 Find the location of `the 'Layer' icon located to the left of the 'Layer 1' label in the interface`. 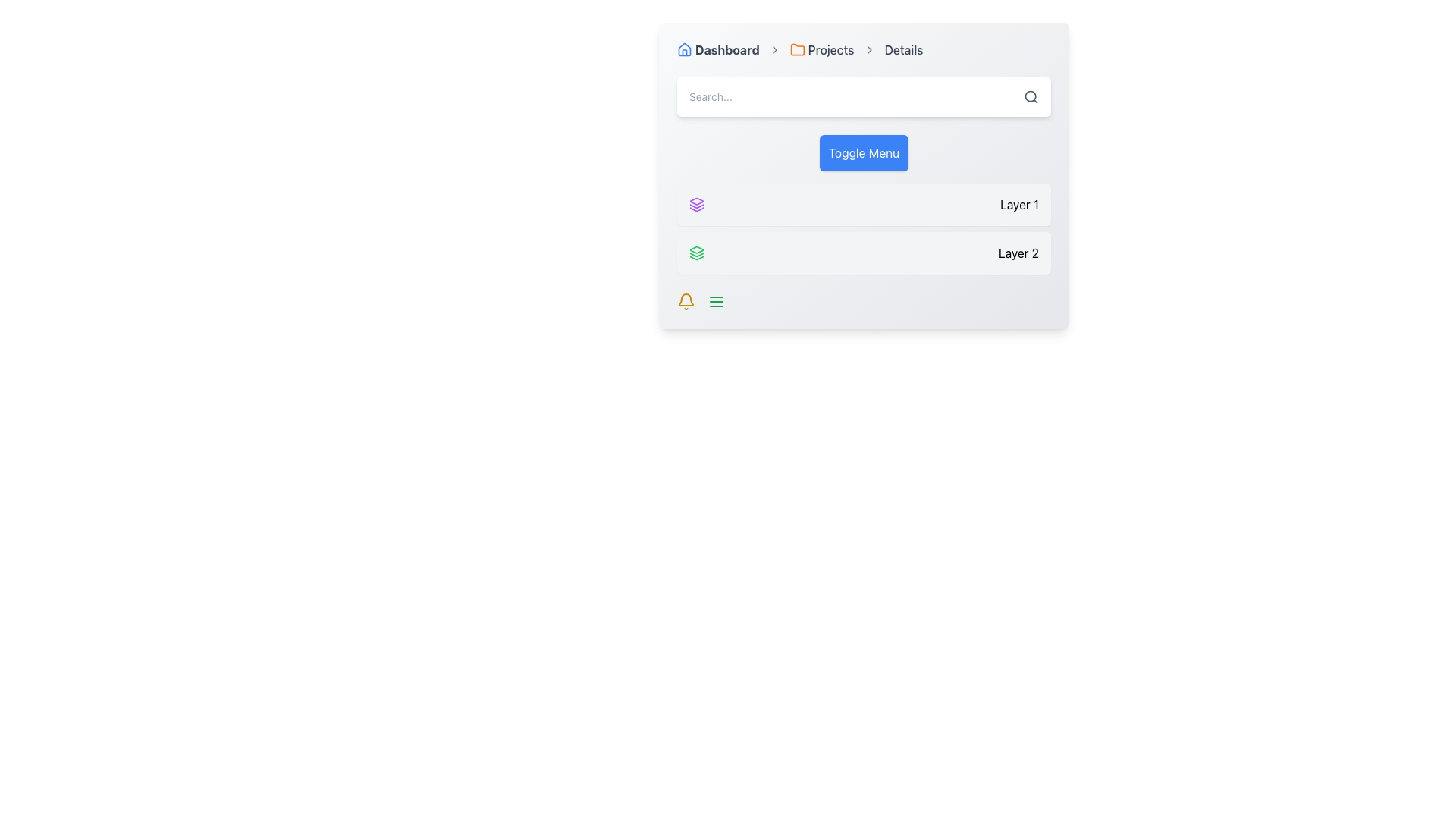

the 'Layer' icon located to the left of the 'Layer 1' label in the interface is located at coordinates (695, 205).